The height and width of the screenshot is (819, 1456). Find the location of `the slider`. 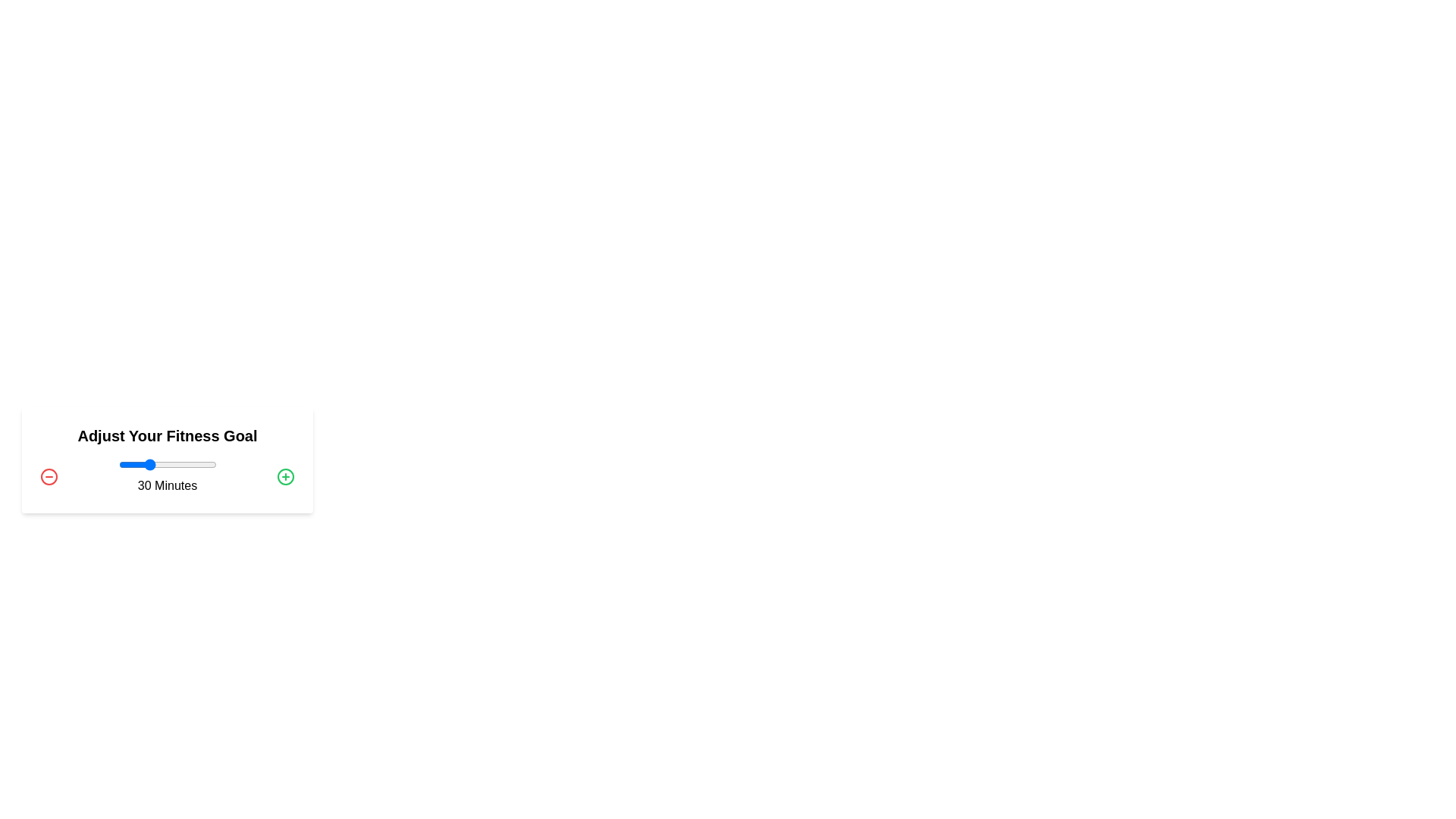

the slider is located at coordinates (165, 464).